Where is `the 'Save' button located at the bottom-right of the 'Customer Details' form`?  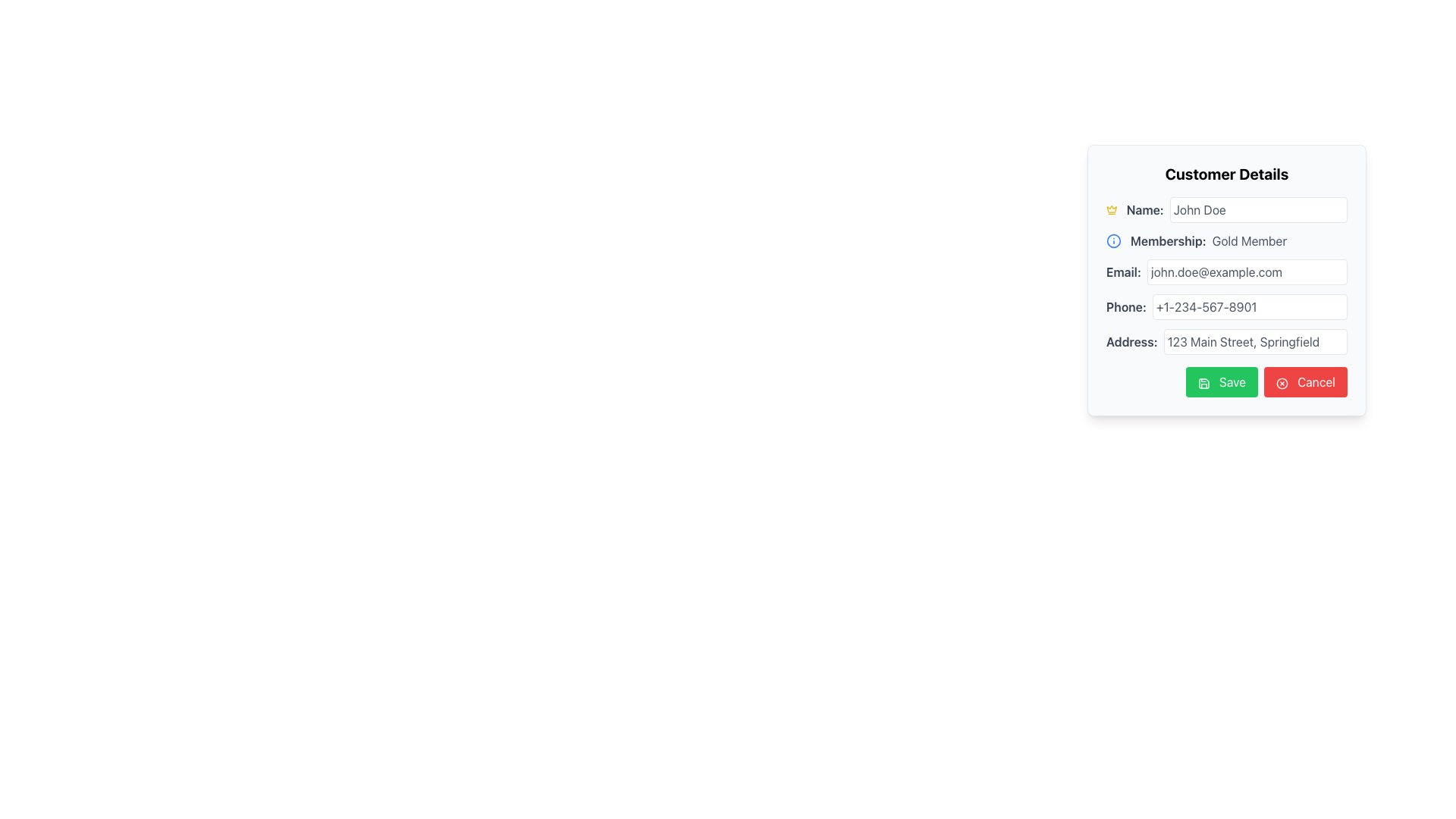 the 'Save' button located at the bottom-right of the 'Customer Details' form is located at coordinates (1222, 381).